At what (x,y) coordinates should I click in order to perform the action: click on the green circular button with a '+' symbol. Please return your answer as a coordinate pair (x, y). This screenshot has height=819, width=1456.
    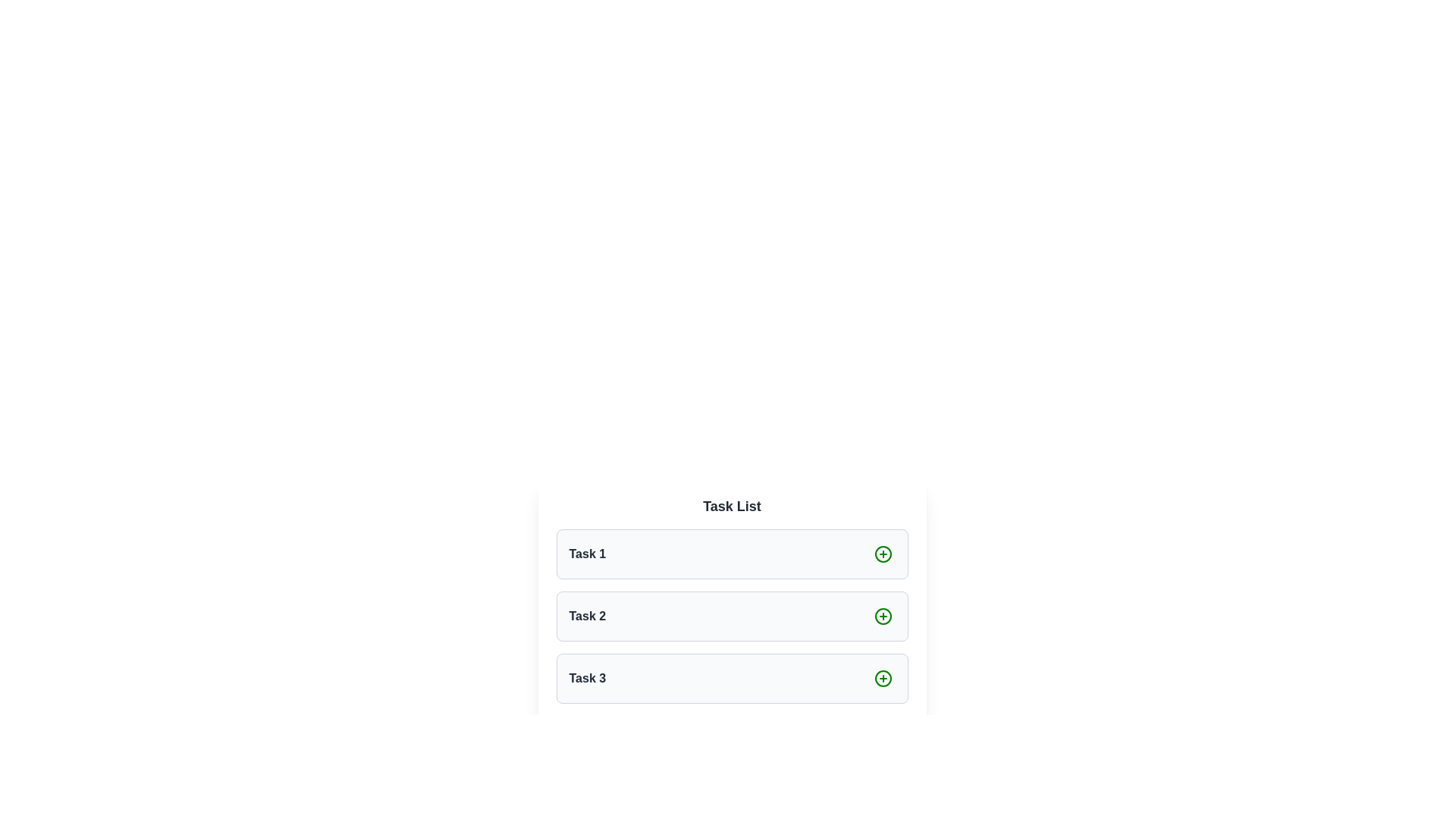
    Looking at the image, I should click on (883, 617).